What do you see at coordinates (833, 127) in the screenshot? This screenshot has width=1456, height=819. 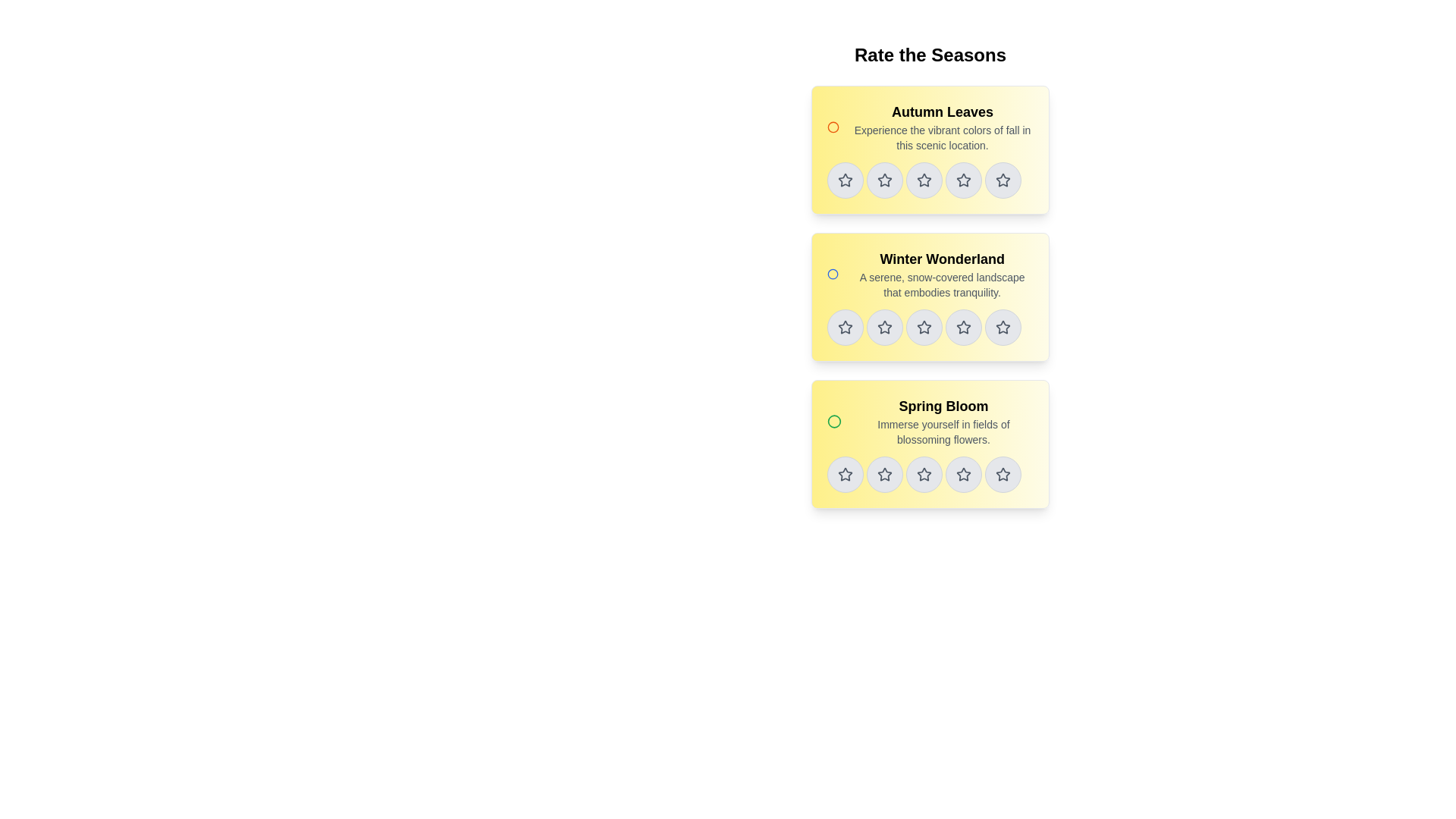 I see `the indicator icon located in the top-left section of the yellow card labeled 'Autumn Leaves', which represents a selected or active state` at bounding box center [833, 127].